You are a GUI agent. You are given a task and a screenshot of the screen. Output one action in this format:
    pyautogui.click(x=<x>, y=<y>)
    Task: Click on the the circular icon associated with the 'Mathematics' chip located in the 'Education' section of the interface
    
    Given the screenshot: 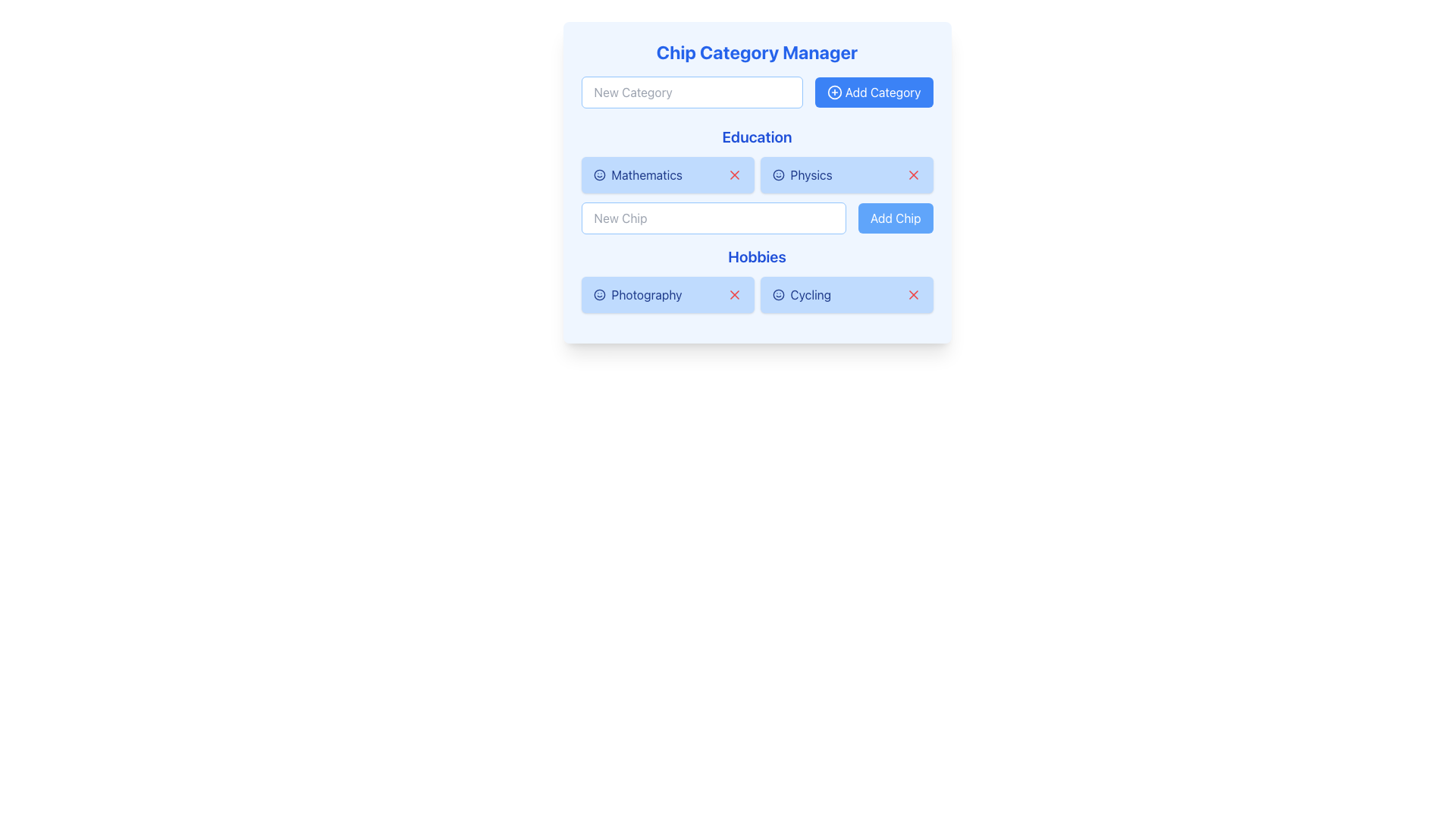 What is the action you would take?
    pyautogui.click(x=598, y=174)
    